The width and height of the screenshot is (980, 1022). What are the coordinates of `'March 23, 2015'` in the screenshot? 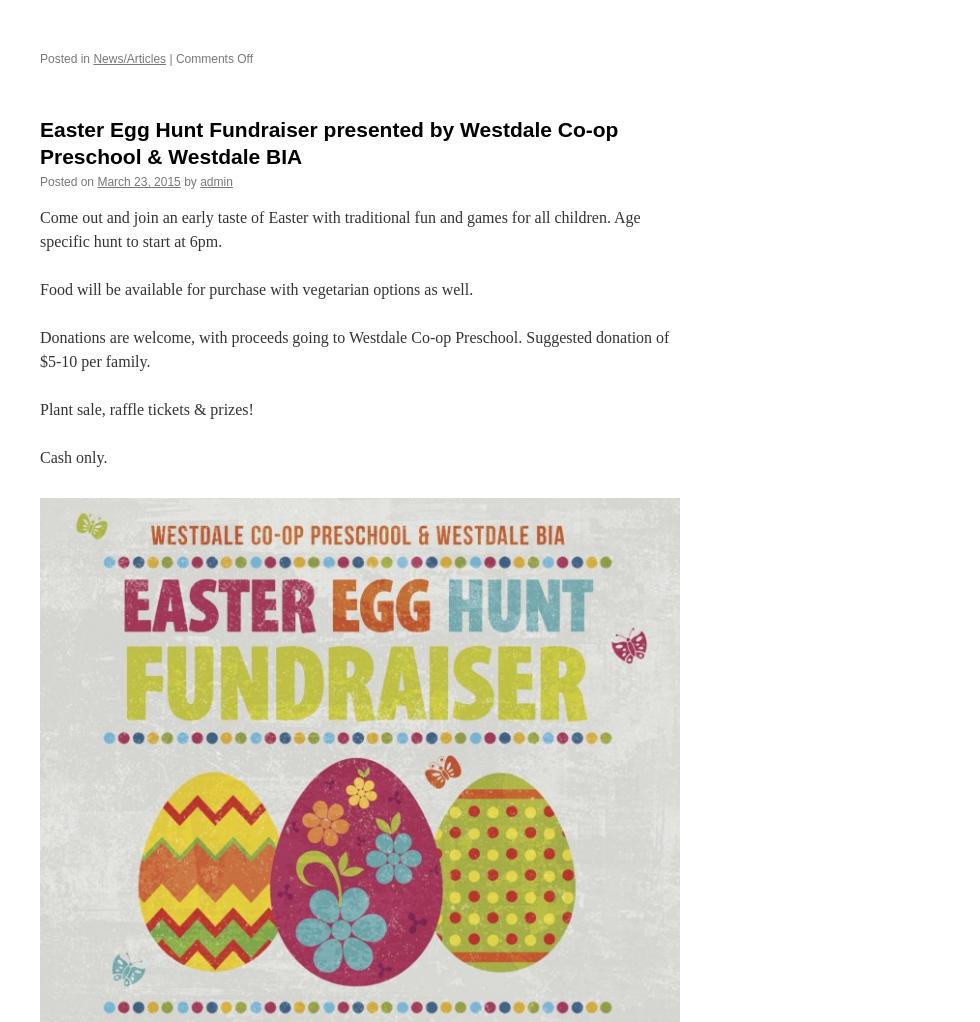 It's located at (138, 181).